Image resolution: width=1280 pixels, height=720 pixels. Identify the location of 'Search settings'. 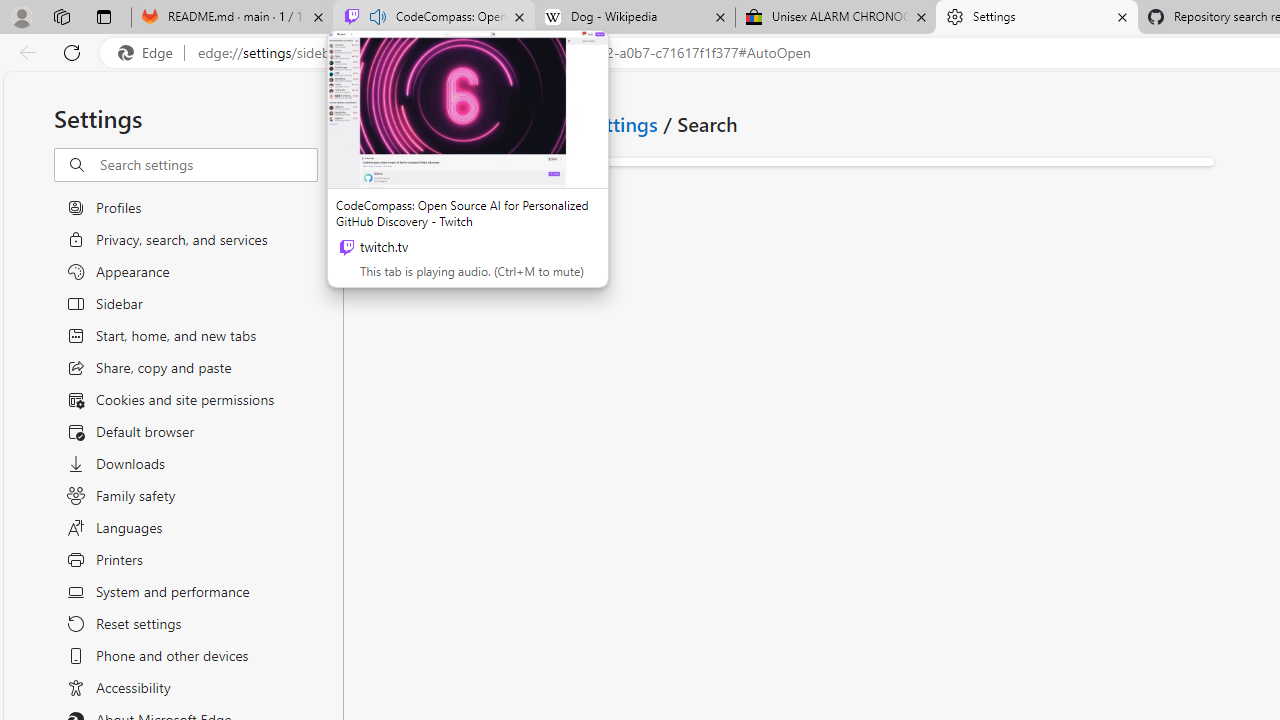
(208, 164).